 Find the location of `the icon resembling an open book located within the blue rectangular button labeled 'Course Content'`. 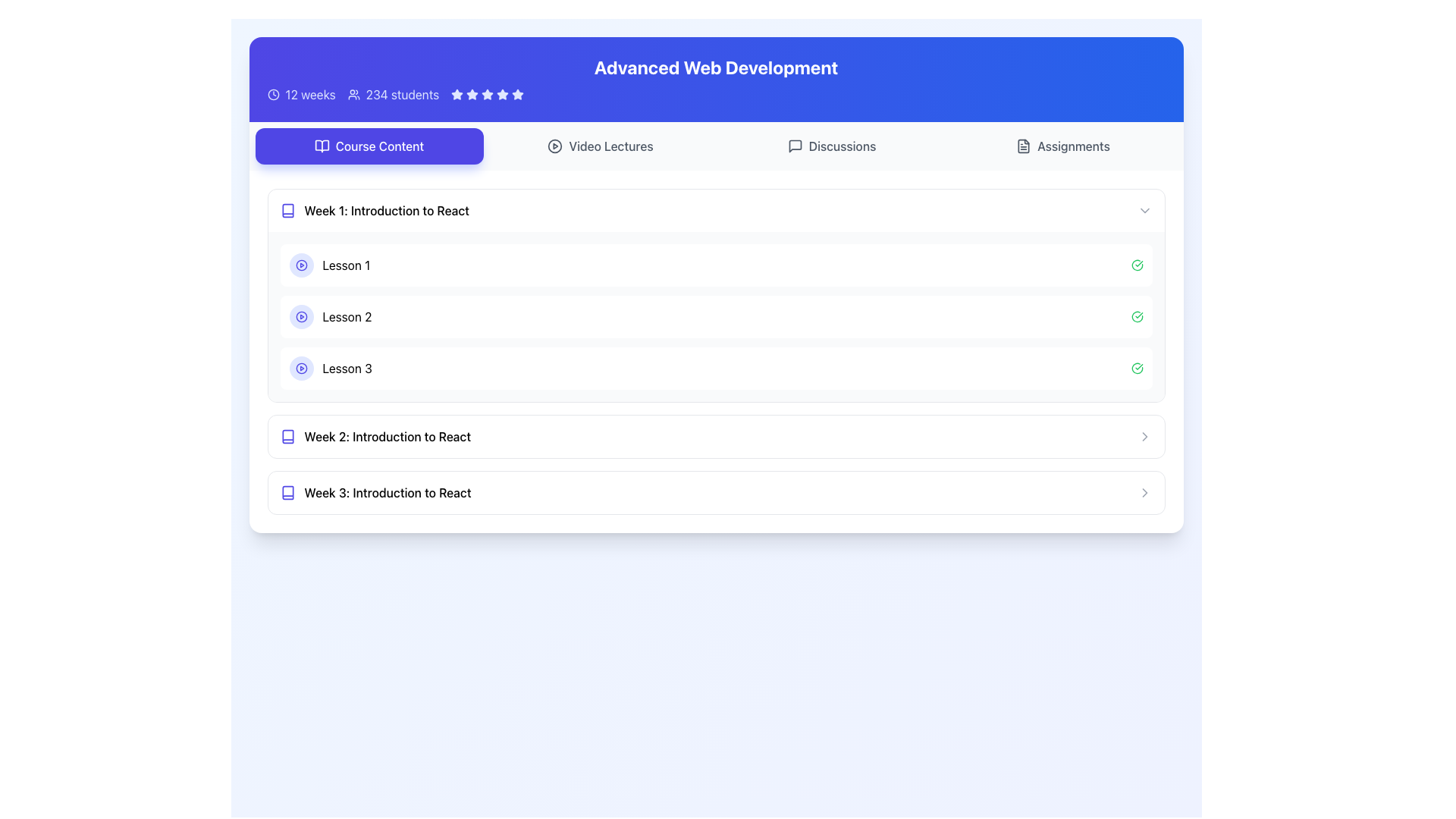

the icon resembling an open book located within the blue rectangular button labeled 'Course Content' is located at coordinates (321, 146).